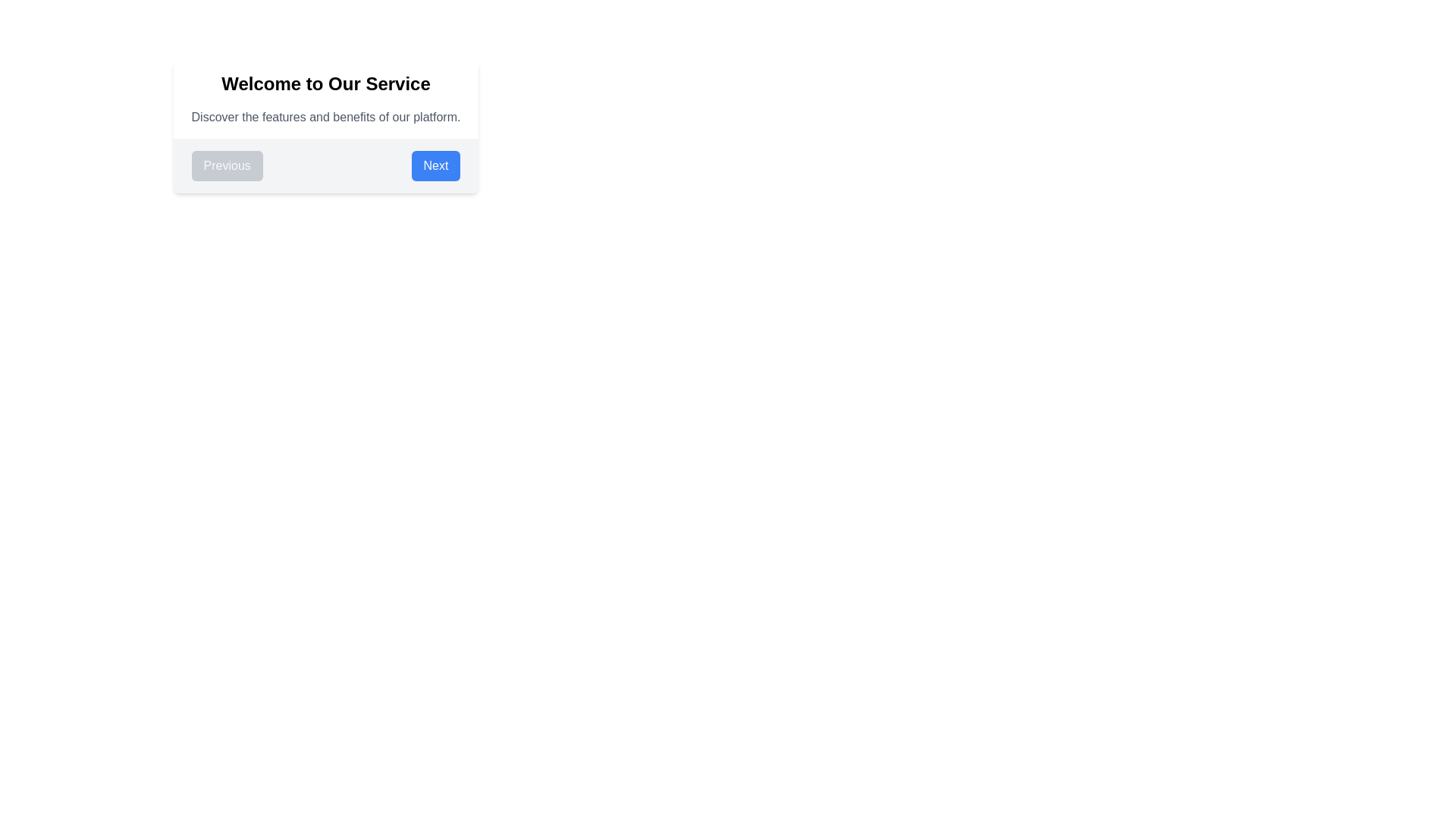 This screenshot has width=1456, height=819. Describe the element at coordinates (435, 166) in the screenshot. I see `the blue 'Next' button with white text` at that location.